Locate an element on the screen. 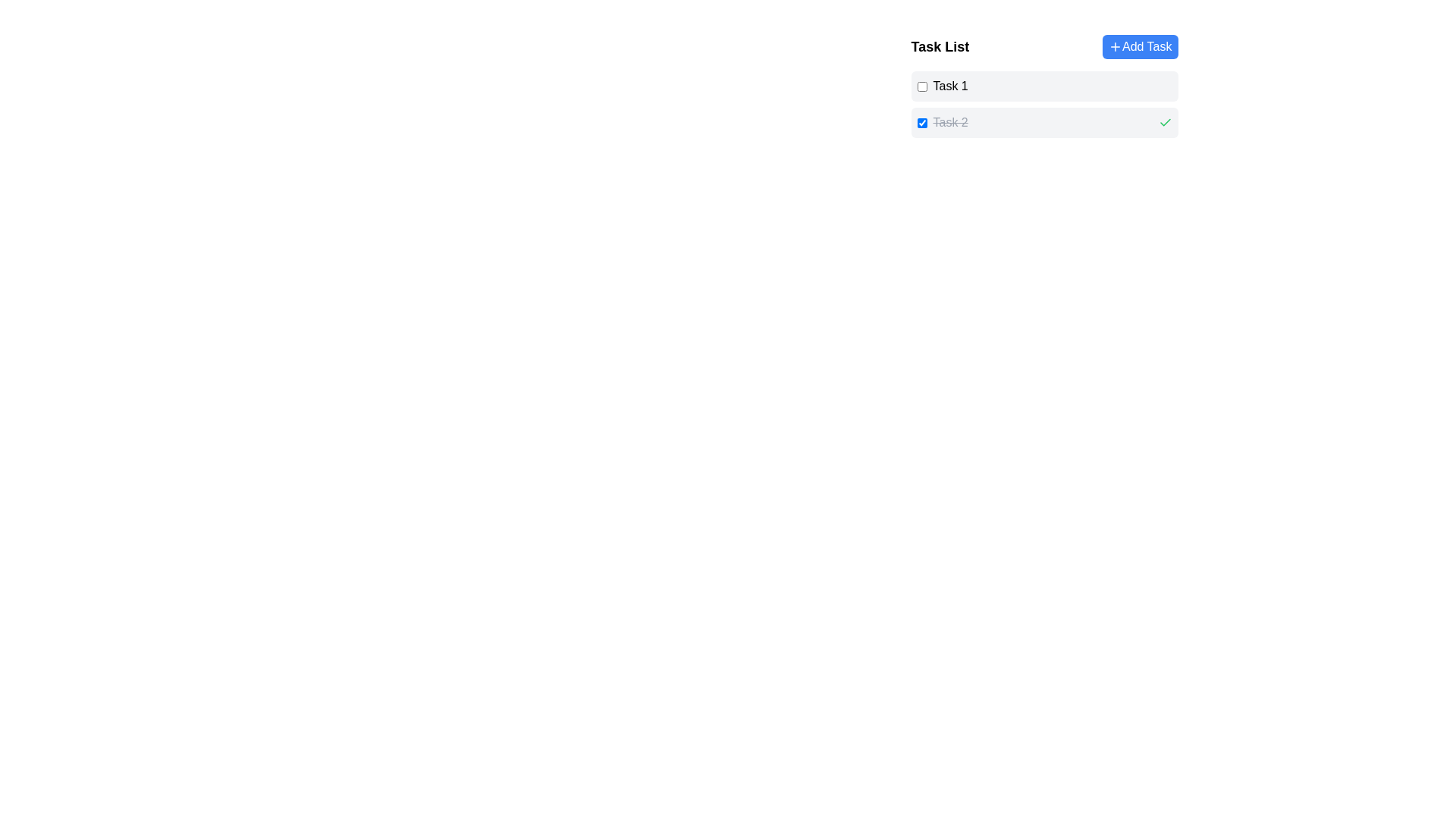 Image resolution: width=1456 pixels, height=819 pixels. the 'Add Task' button icon located in the top-right corner of the task management UI is located at coordinates (1115, 45).